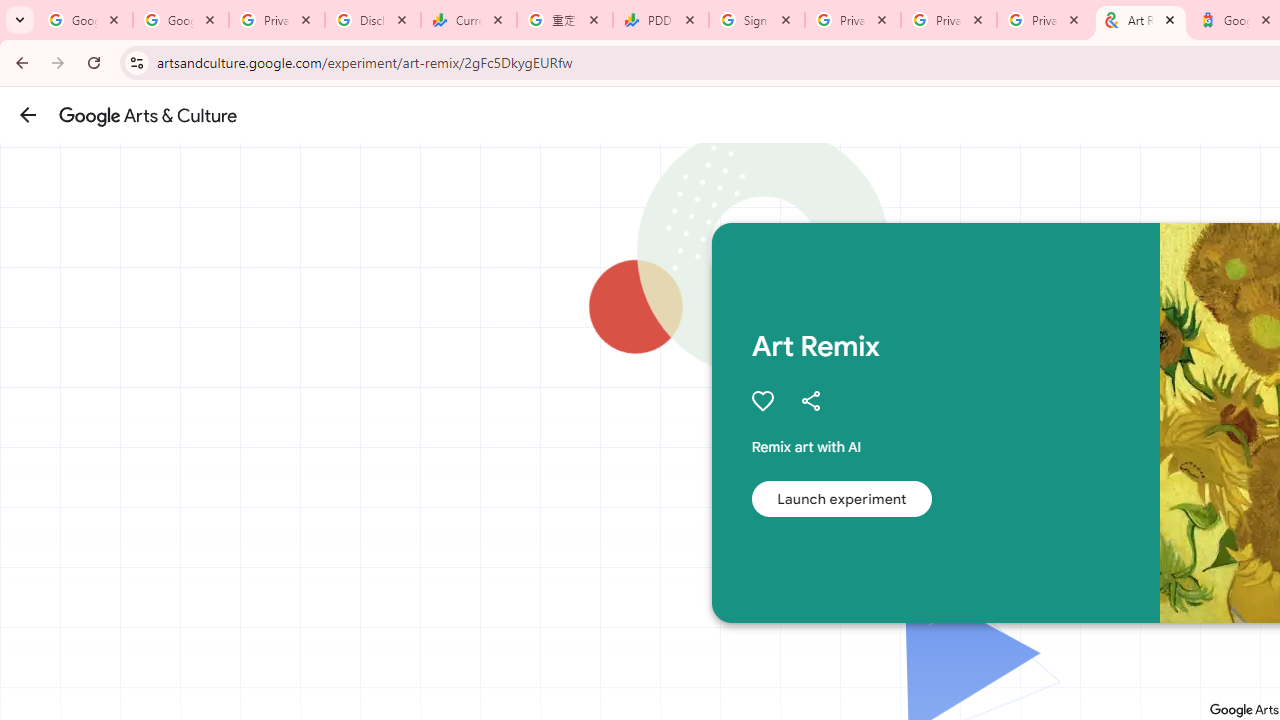  Describe the element at coordinates (468, 20) in the screenshot. I see `'Currencies - Google Finance'` at that location.